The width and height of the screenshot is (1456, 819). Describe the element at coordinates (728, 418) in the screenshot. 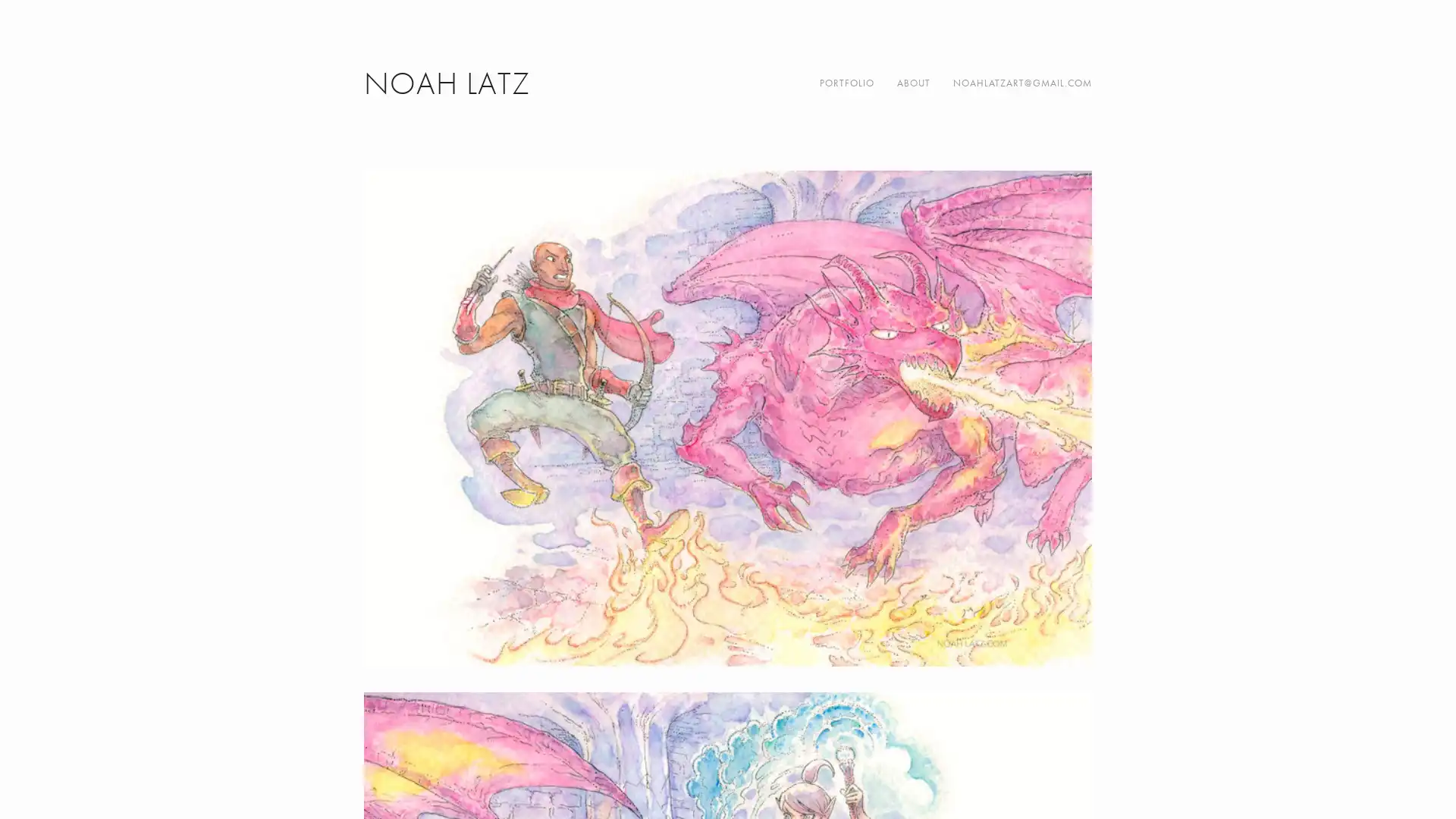

I see `View fullsize` at that location.